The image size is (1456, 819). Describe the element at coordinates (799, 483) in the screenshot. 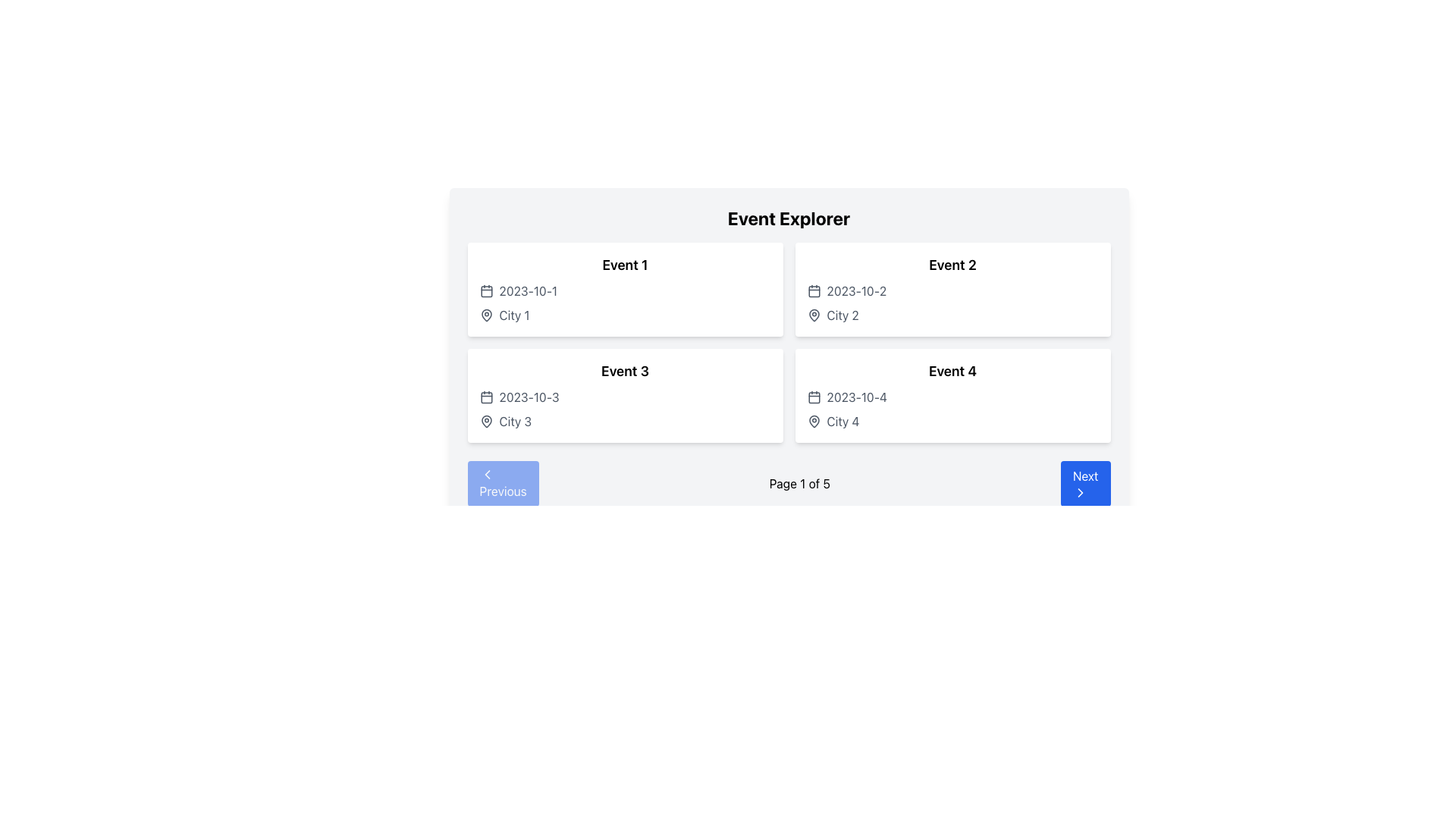

I see `the static text element displaying pagination information, located between the 'Previous' and 'Next' buttons in the navigation bar` at that location.